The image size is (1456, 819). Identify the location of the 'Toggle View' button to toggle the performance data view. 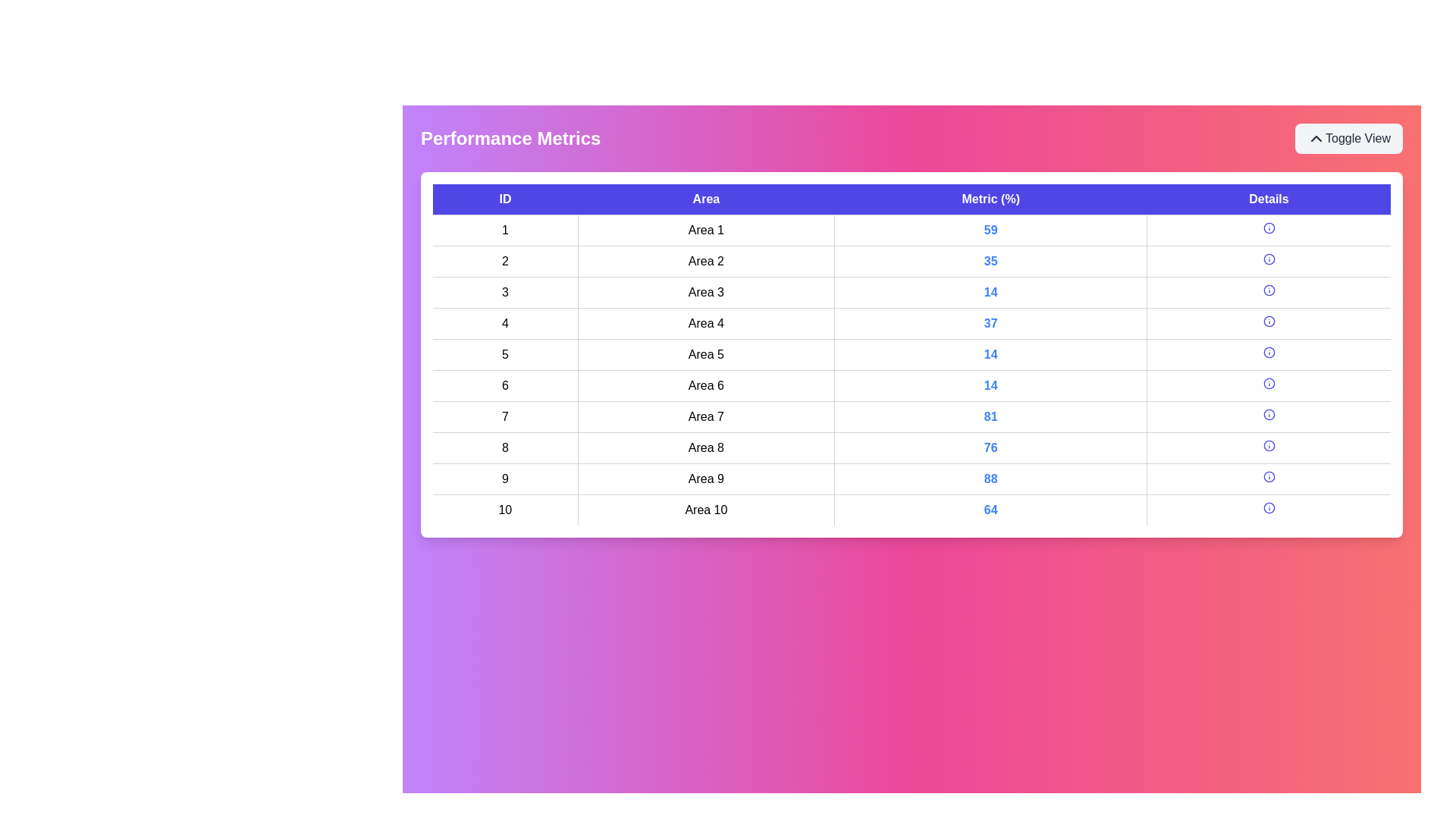
(1349, 138).